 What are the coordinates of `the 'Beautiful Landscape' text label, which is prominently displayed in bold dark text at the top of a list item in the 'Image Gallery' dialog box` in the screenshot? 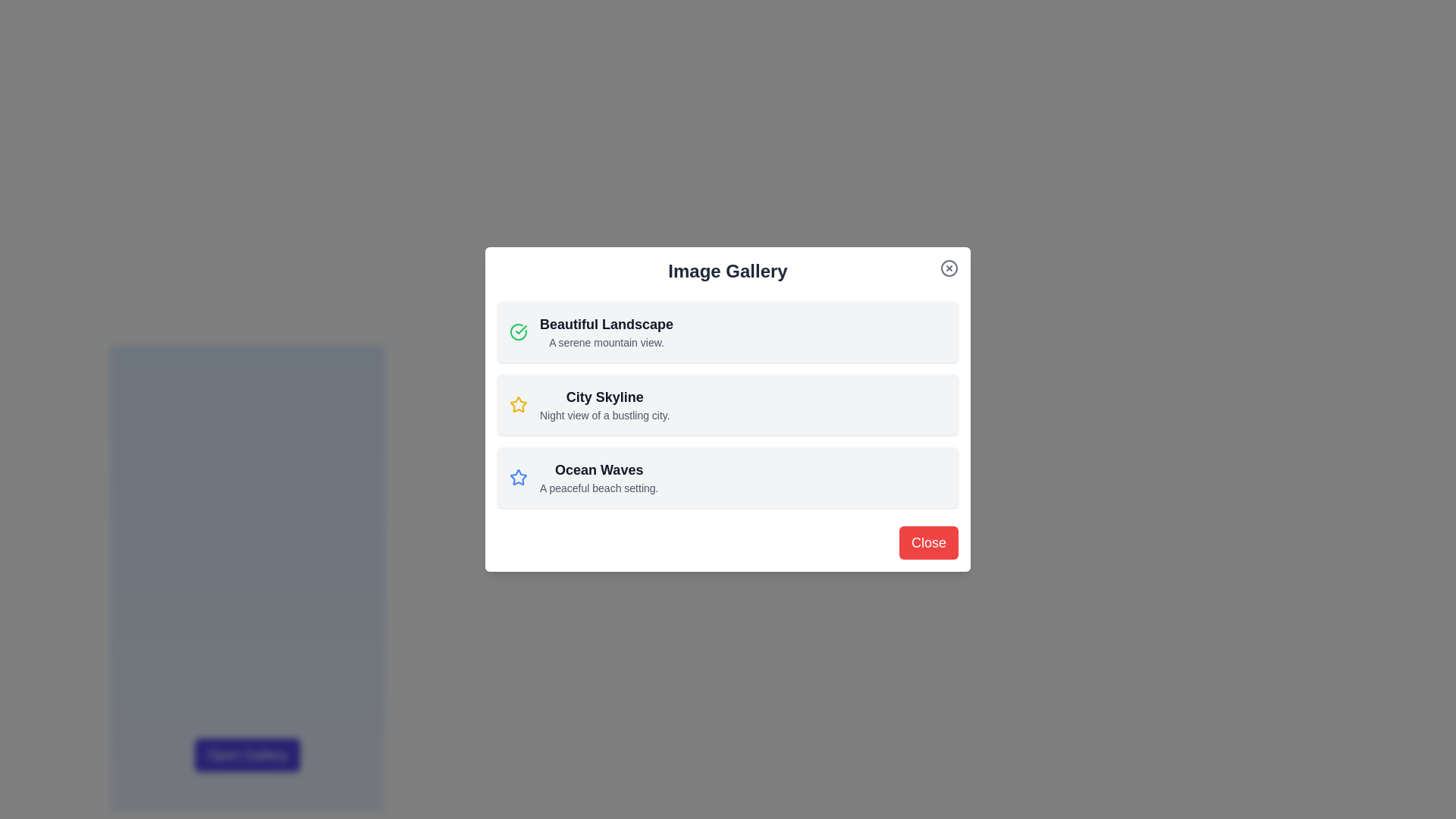 It's located at (607, 324).